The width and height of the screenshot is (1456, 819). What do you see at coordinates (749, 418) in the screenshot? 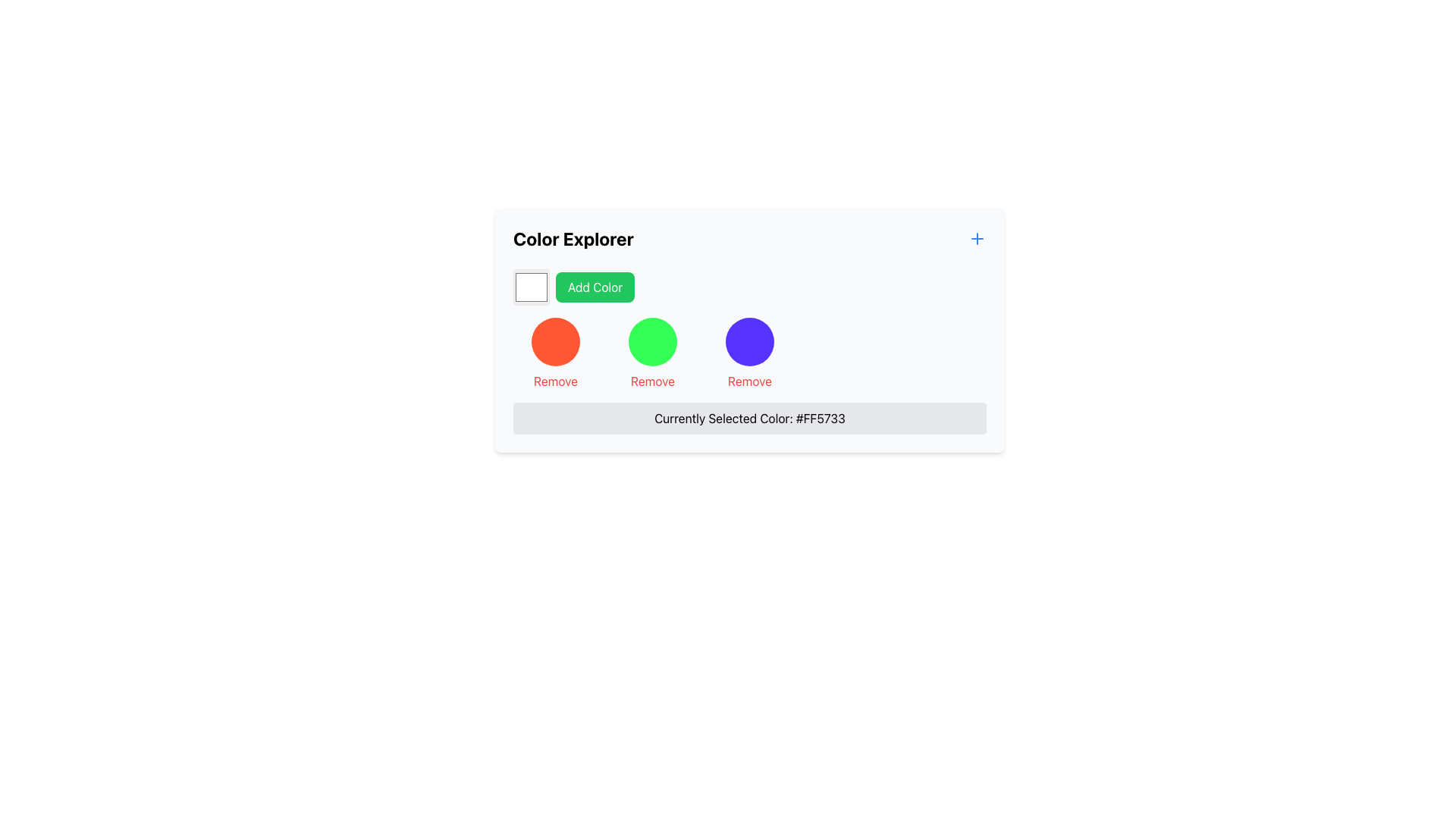
I see `the text display box that shows 'Currently Selected Color: #FF5733' with a light gray background, located below the third row of 'Remove' buttons` at bounding box center [749, 418].